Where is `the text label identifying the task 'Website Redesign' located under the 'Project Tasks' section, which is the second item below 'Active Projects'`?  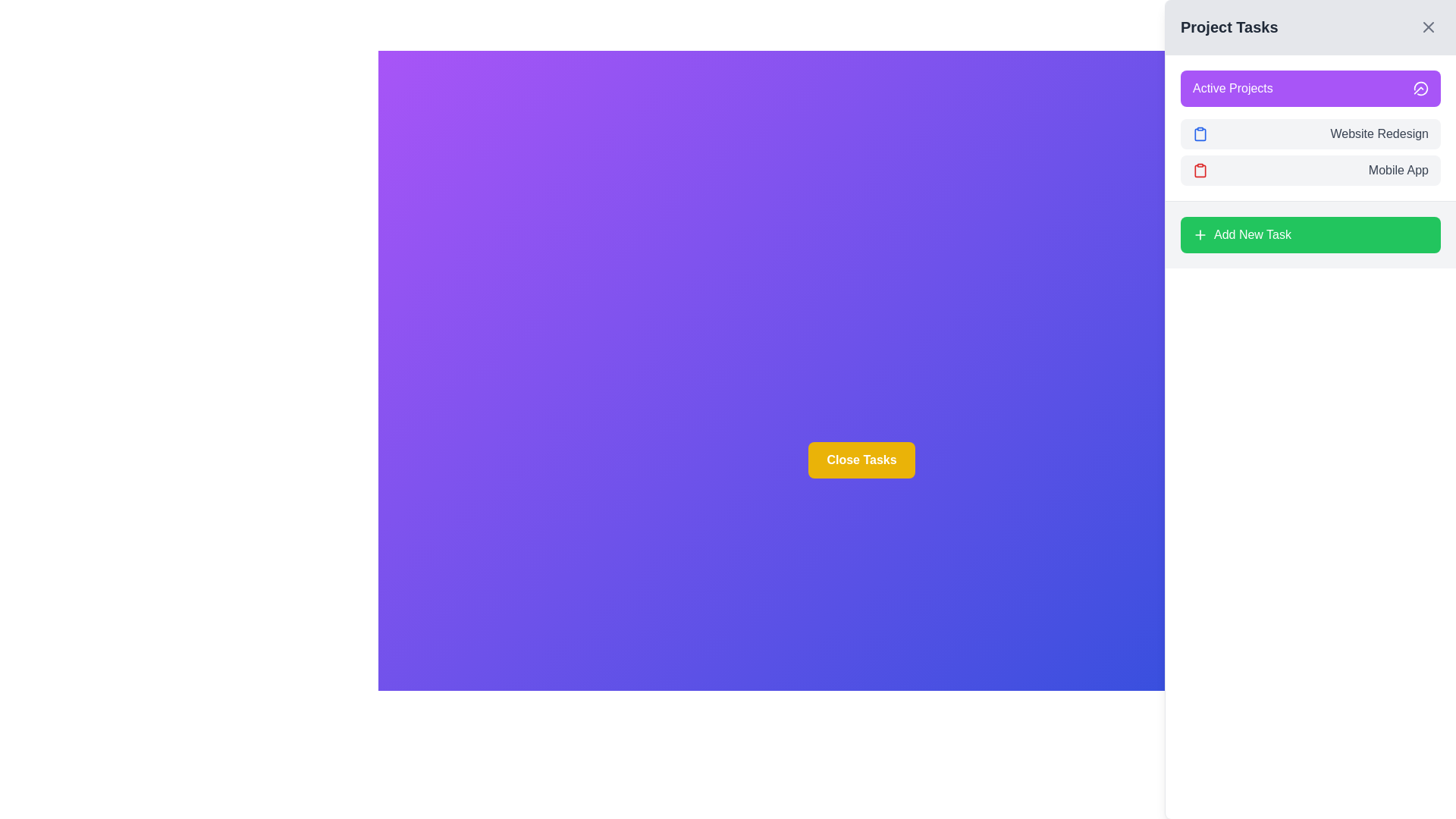 the text label identifying the task 'Website Redesign' located under the 'Project Tasks' section, which is the second item below 'Active Projects' is located at coordinates (1379, 133).